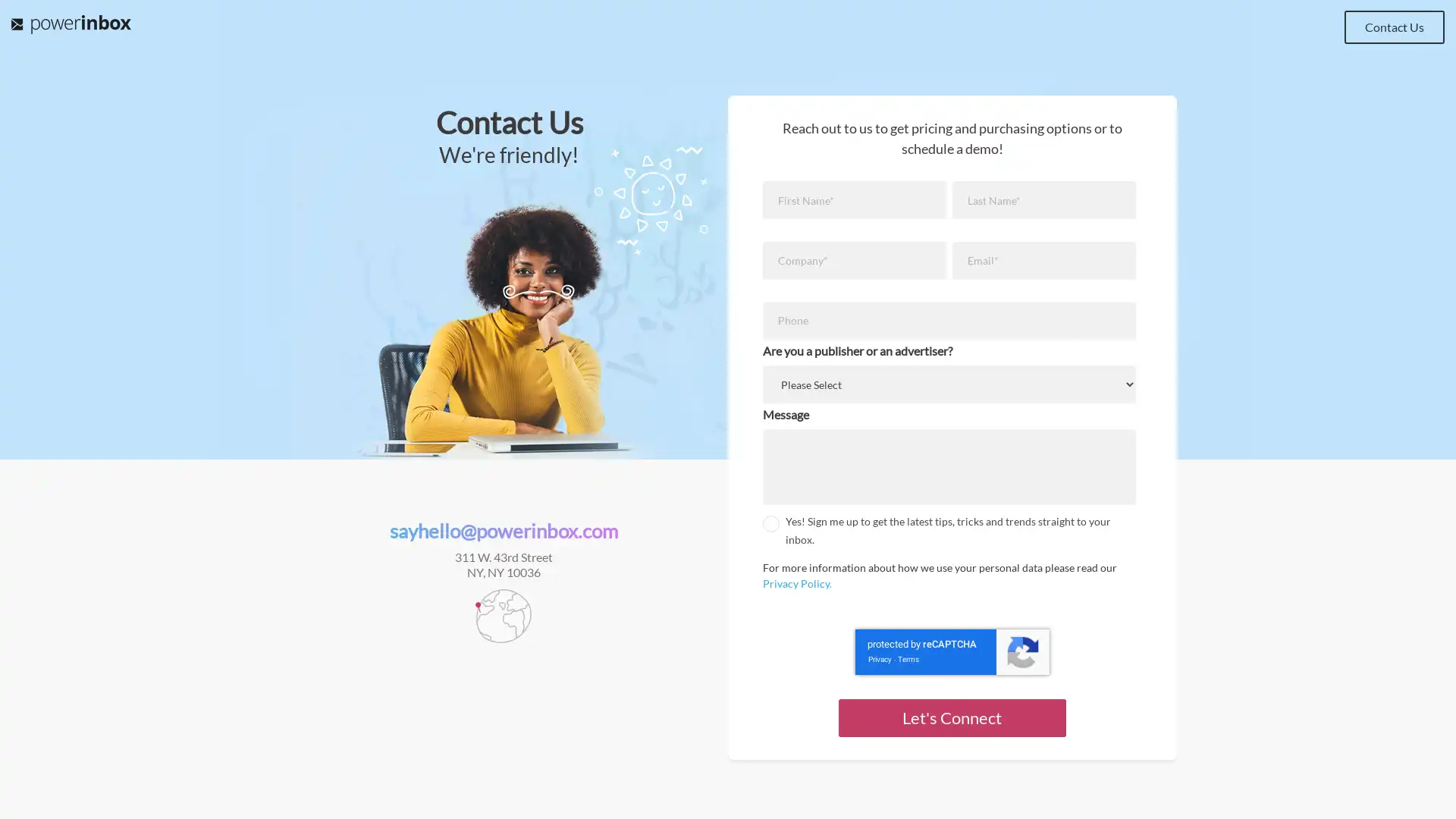 This screenshot has height=819, width=1456. What do you see at coordinates (950, 717) in the screenshot?
I see `Let's Connect` at bounding box center [950, 717].